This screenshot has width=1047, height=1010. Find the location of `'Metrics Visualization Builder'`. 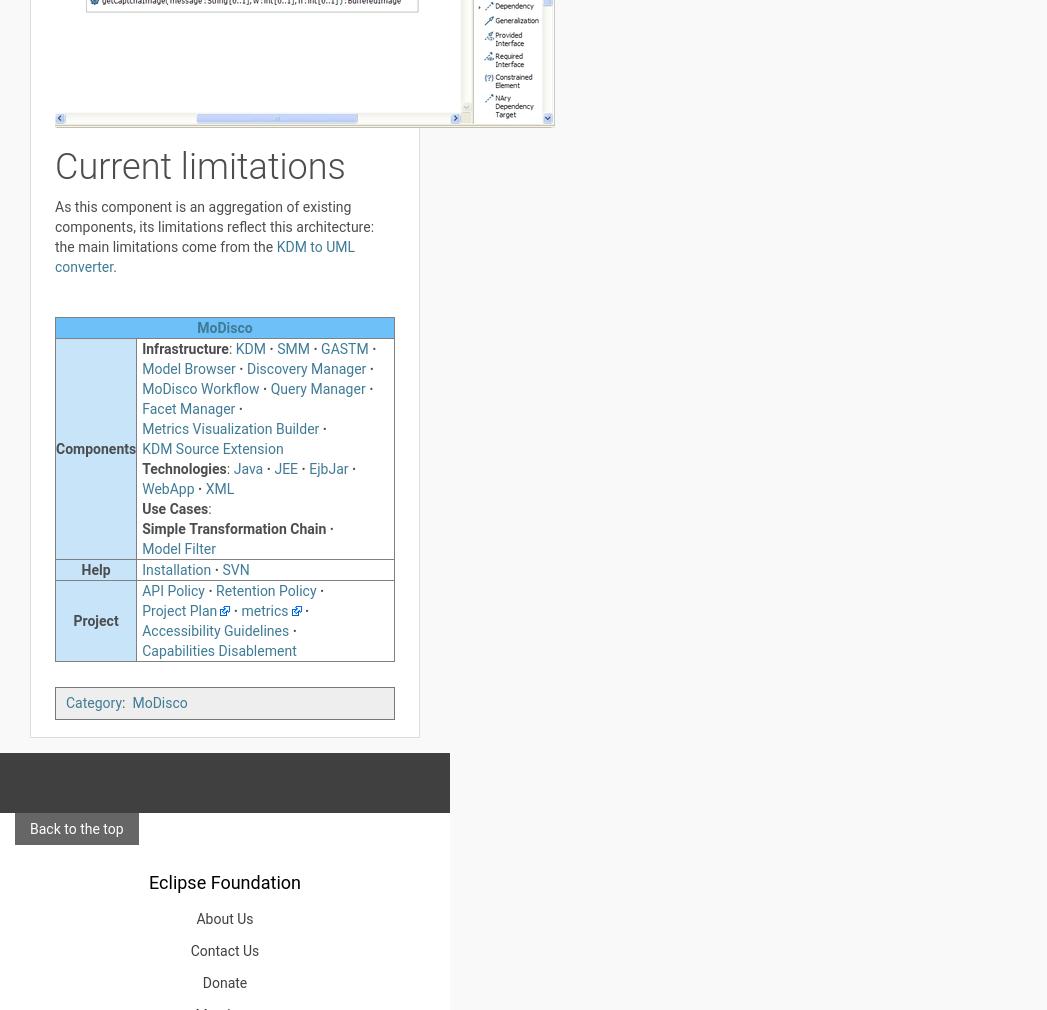

'Metrics Visualization Builder' is located at coordinates (229, 429).